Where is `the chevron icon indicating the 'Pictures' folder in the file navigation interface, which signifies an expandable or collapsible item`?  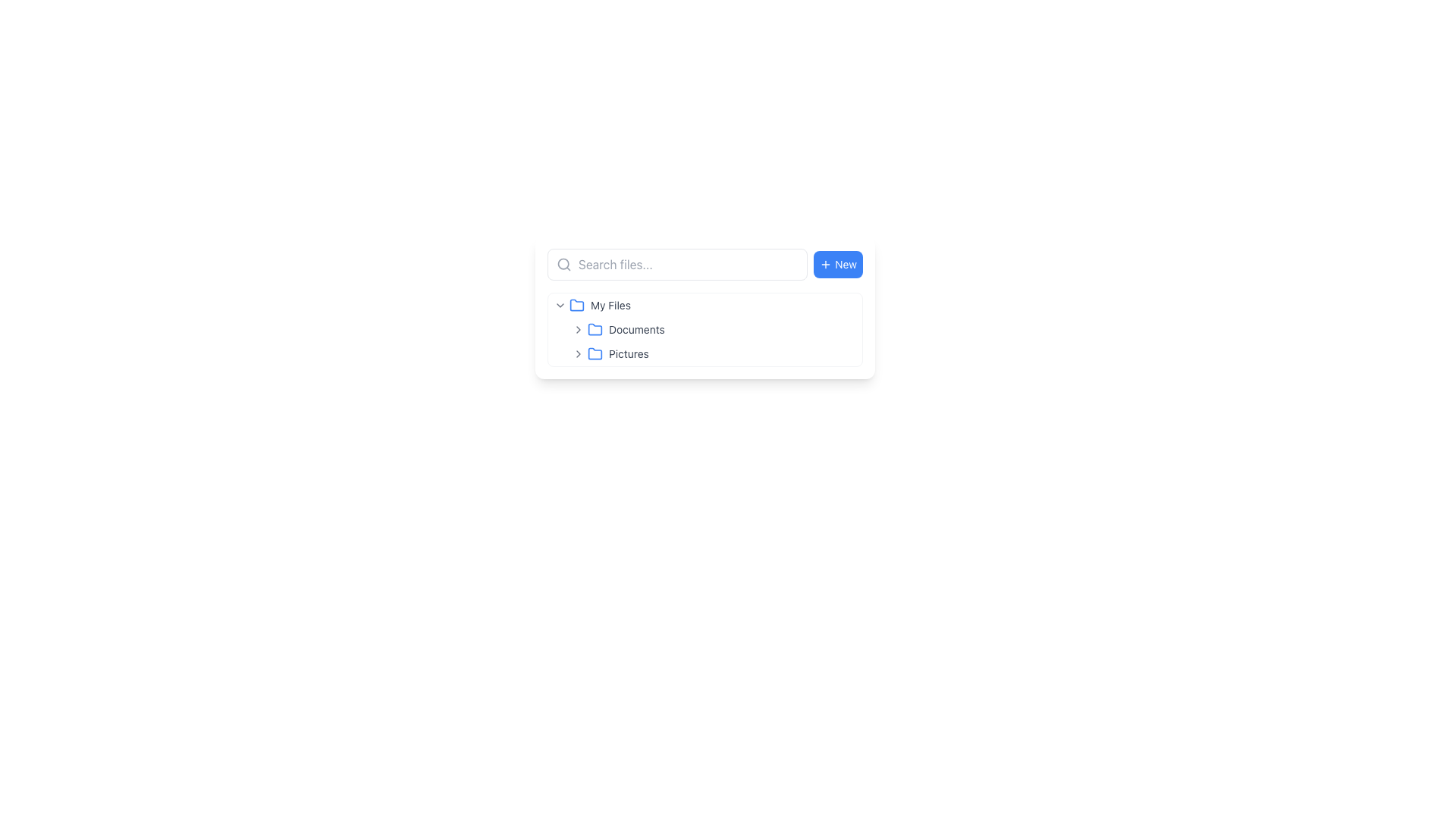
the chevron icon indicating the 'Pictures' folder in the file navigation interface, which signifies an expandable or collapsible item is located at coordinates (578, 353).